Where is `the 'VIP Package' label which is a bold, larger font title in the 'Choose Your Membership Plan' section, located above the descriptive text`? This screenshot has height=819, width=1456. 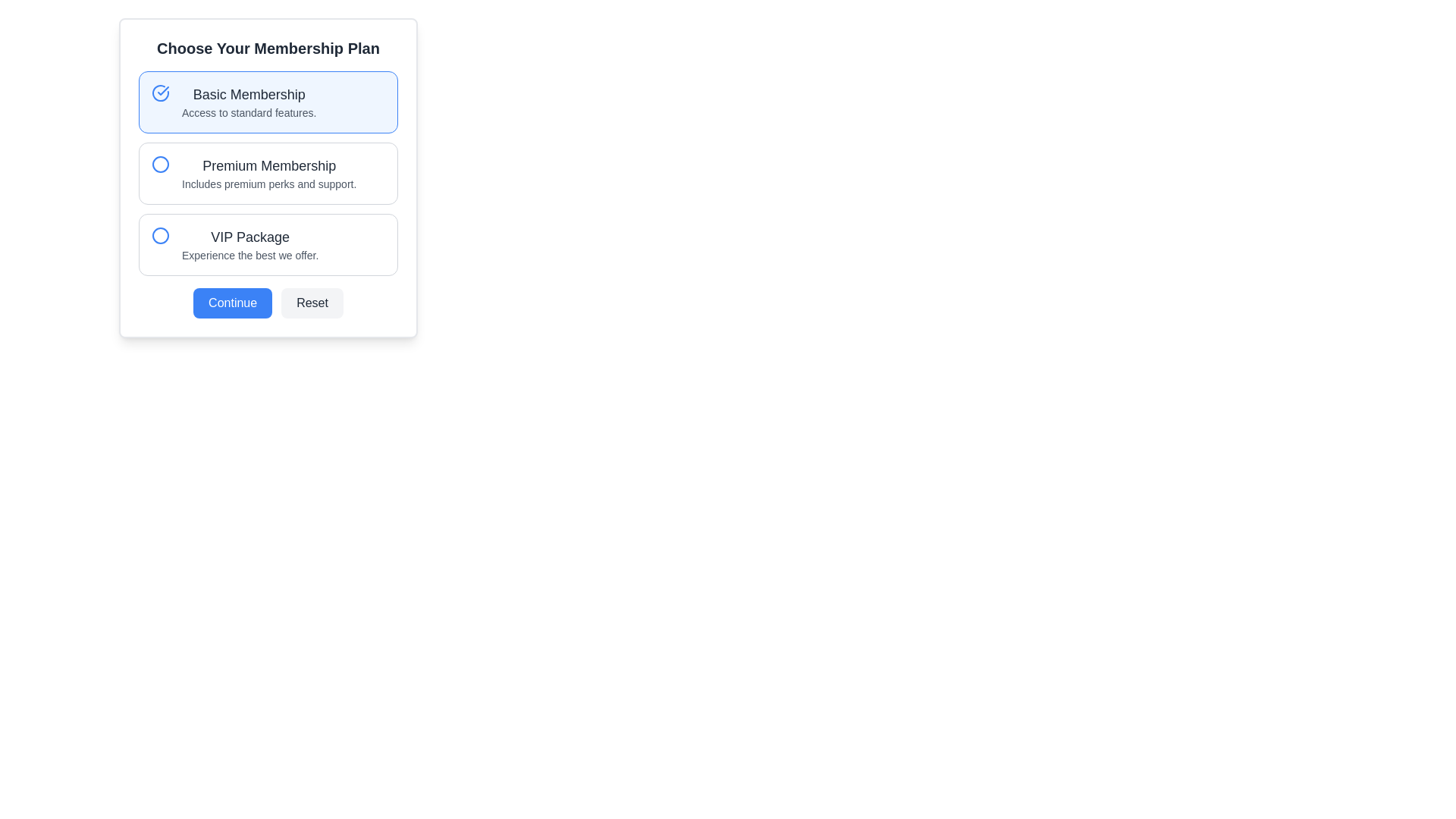 the 'VIP Package' label which is a bold, larger font title in the 'Choose Your Membership Plan' section, located above the descriptive text is located at coordinates (250, 237).